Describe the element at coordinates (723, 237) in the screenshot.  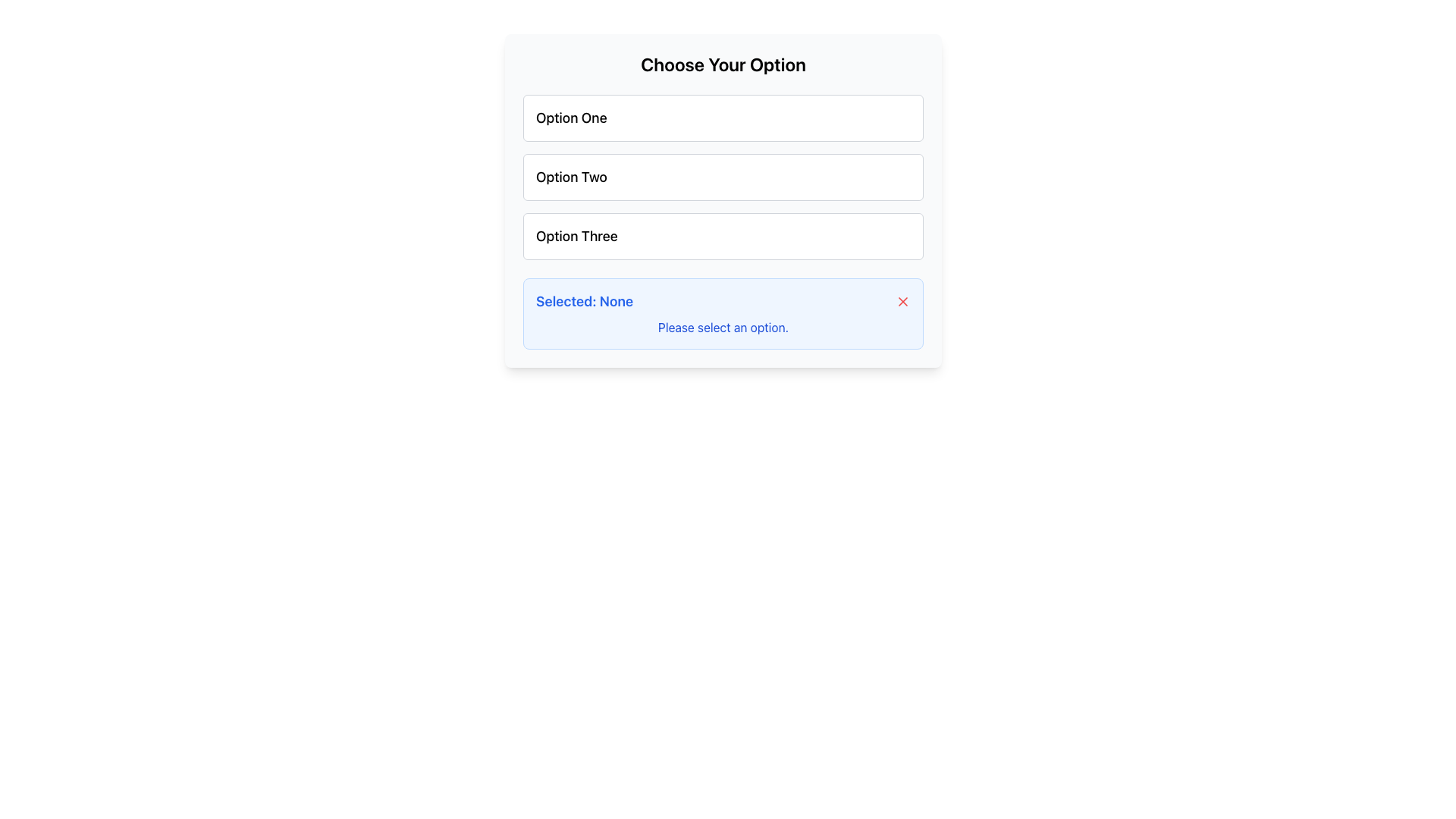
I see `the Button that selects 'Option Three', located in a vertical stack below 'Option Two'` at that location.